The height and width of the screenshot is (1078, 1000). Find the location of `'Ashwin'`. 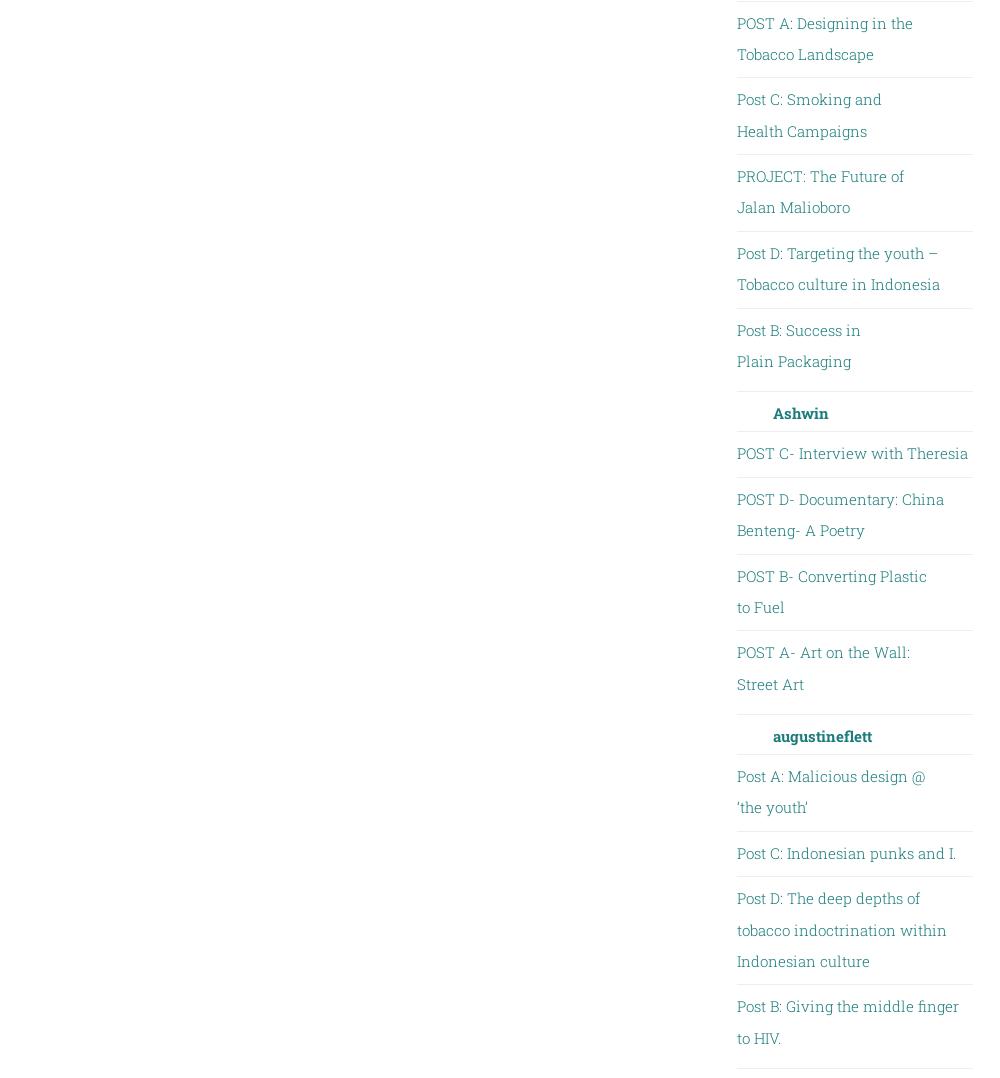

'Ashwin' is located at coordinates (800, 411).